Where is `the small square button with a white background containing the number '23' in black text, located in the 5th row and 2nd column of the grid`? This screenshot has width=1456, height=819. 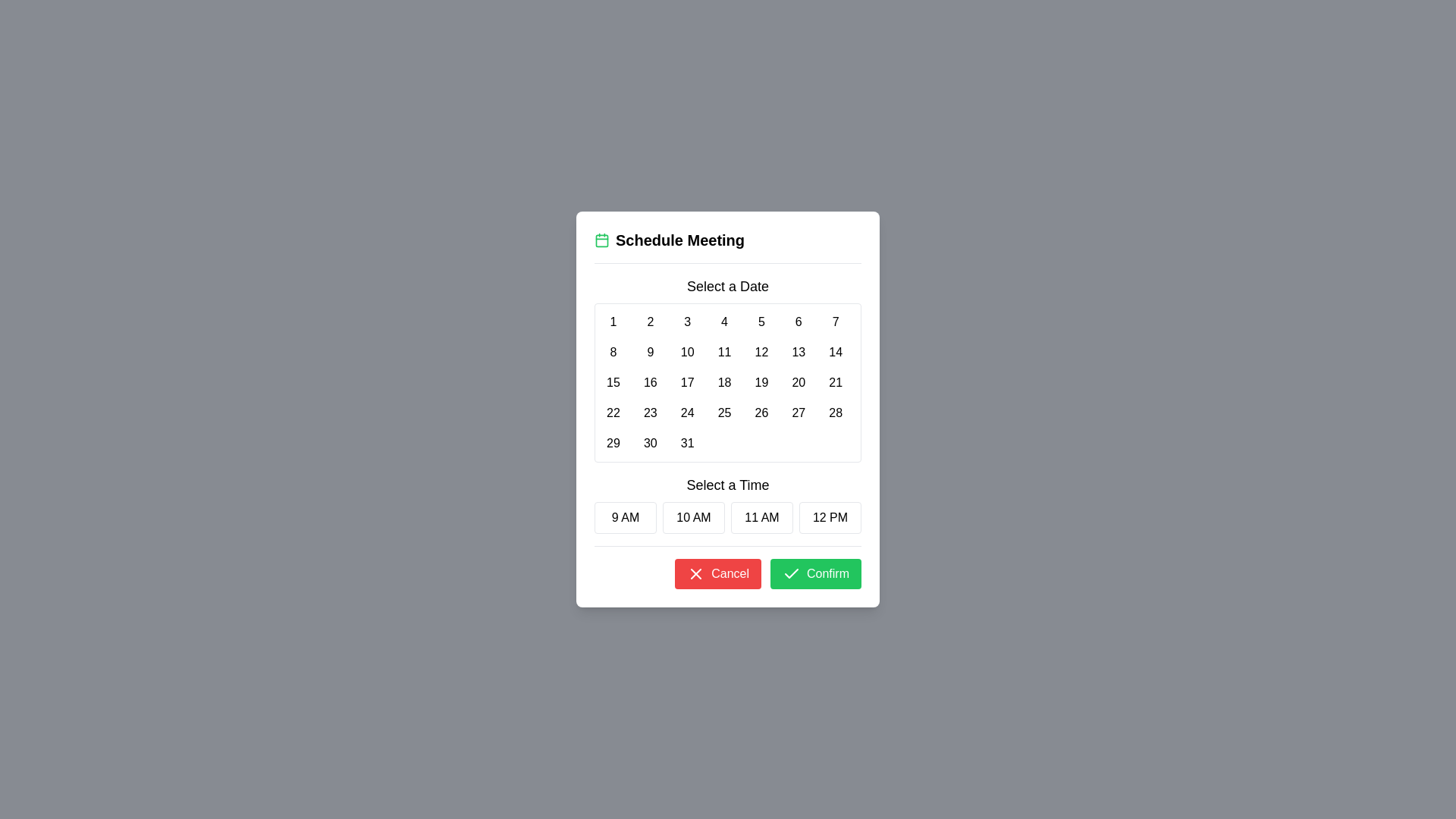 the small square button with a white background containing the number '23' in black text, located in the 5th row and 2nd column of the grid is located at coordinates (650, 413).